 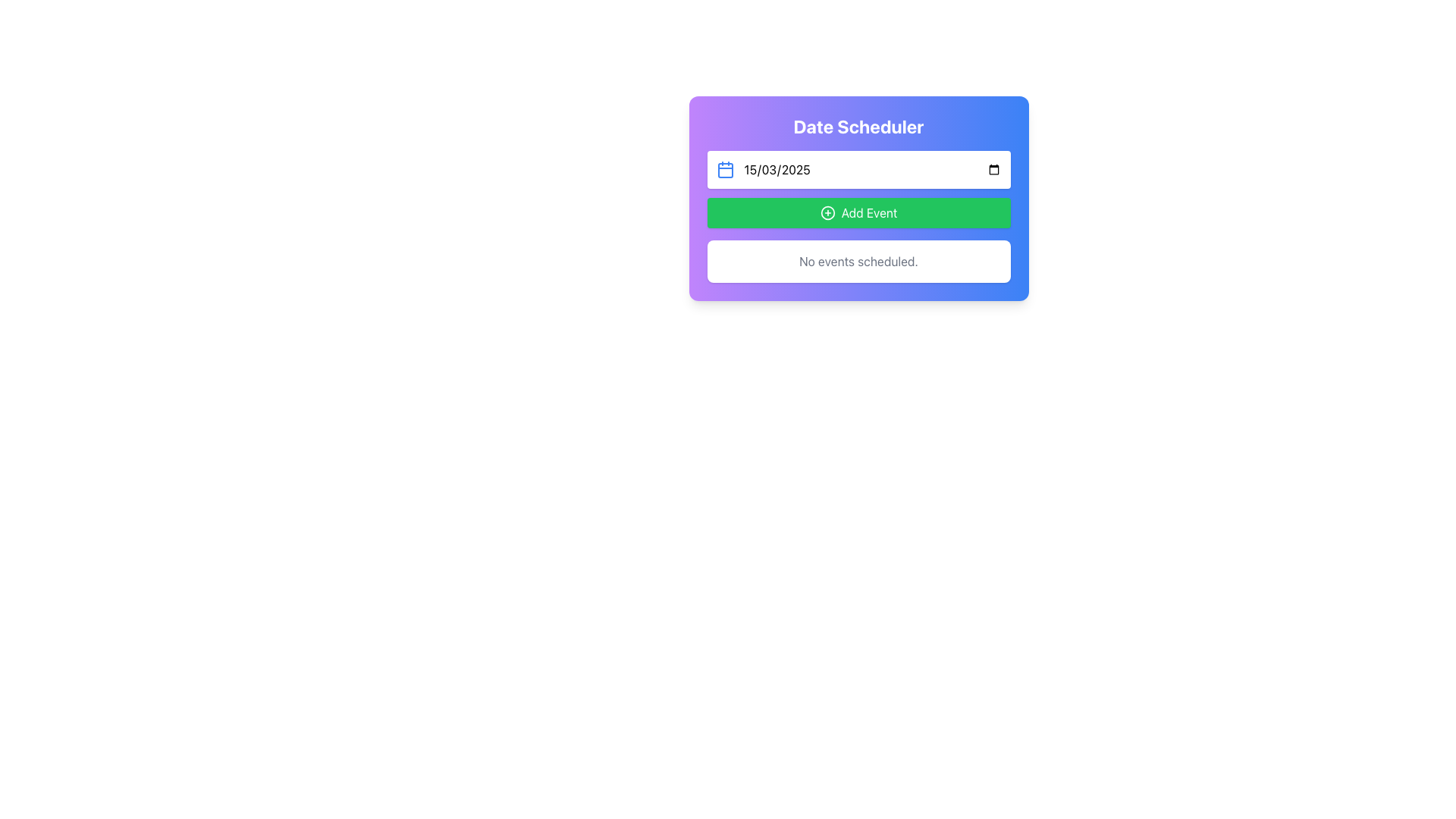 What do you see at coordinates (858, 189) in the screenshot?
I see `the button located underneath the 'Date Scheduler' header` at bounding box center [858, 189].